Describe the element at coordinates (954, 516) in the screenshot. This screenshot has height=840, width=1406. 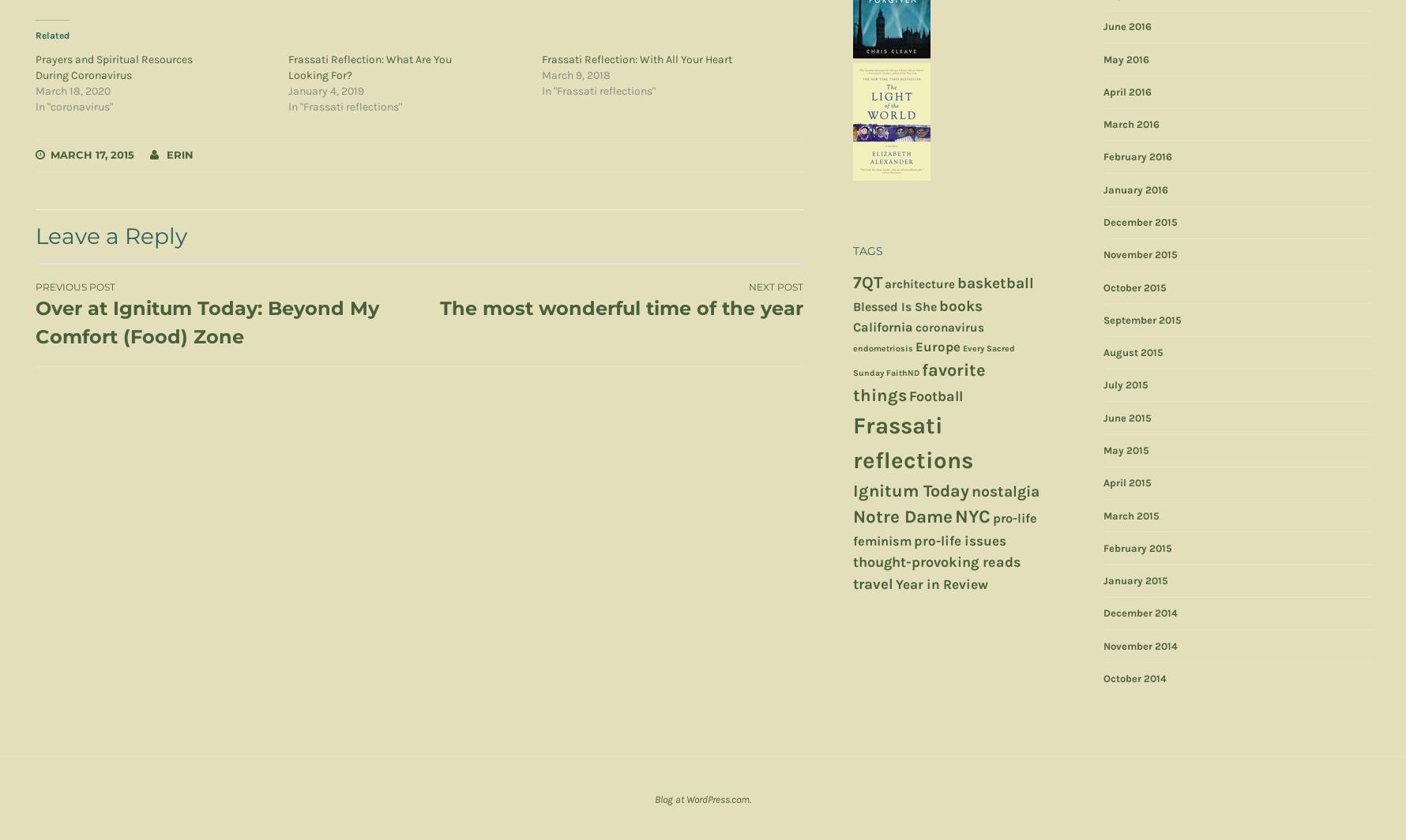
I see `'NYC'` at that location.